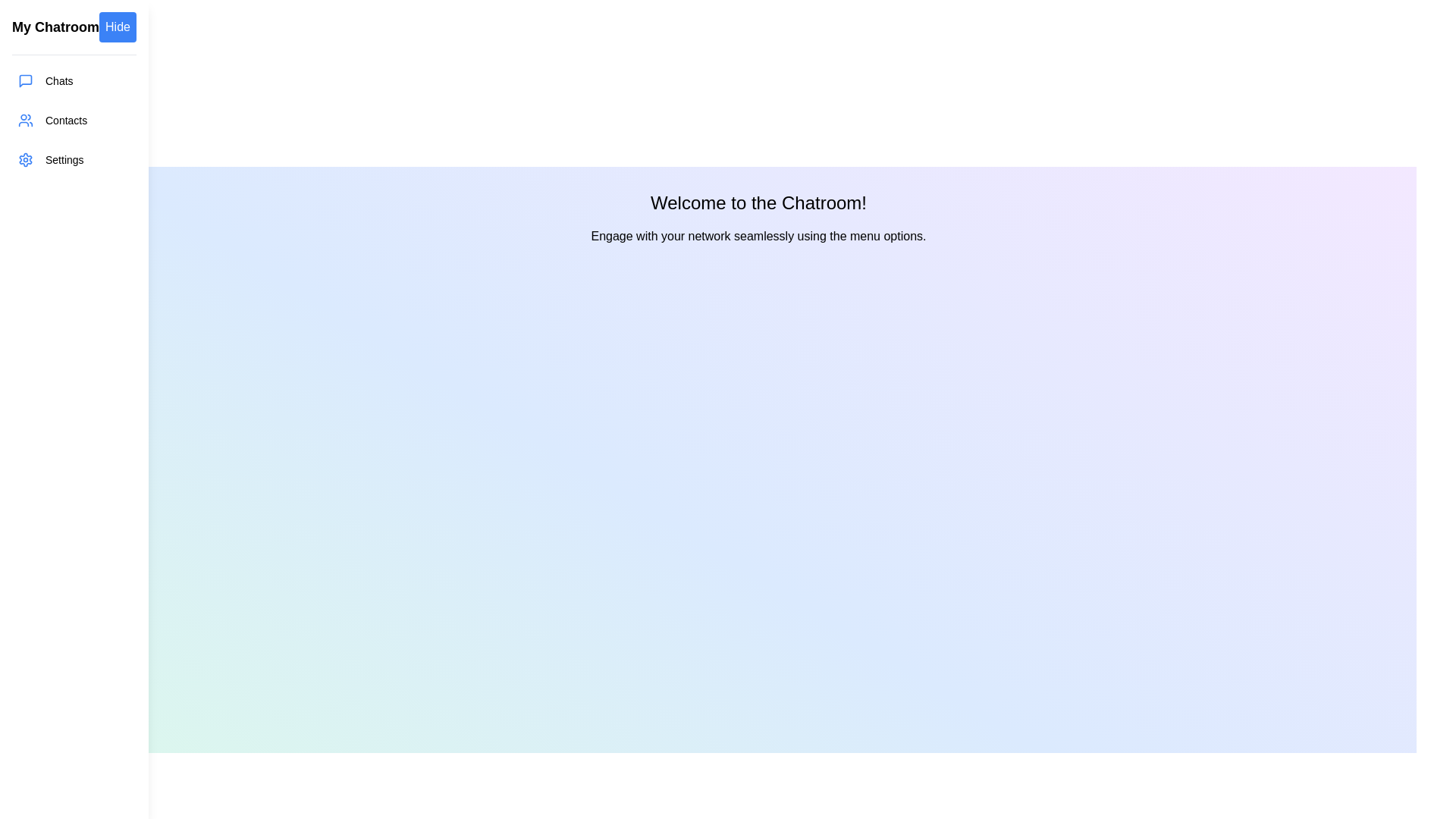 The width and height of the screenshot is (1456, 819). What do you see at coordinates (72, 81) in the screenshot?
I see `the menu item Chats in the drawer` at bounding box center [72, 81].